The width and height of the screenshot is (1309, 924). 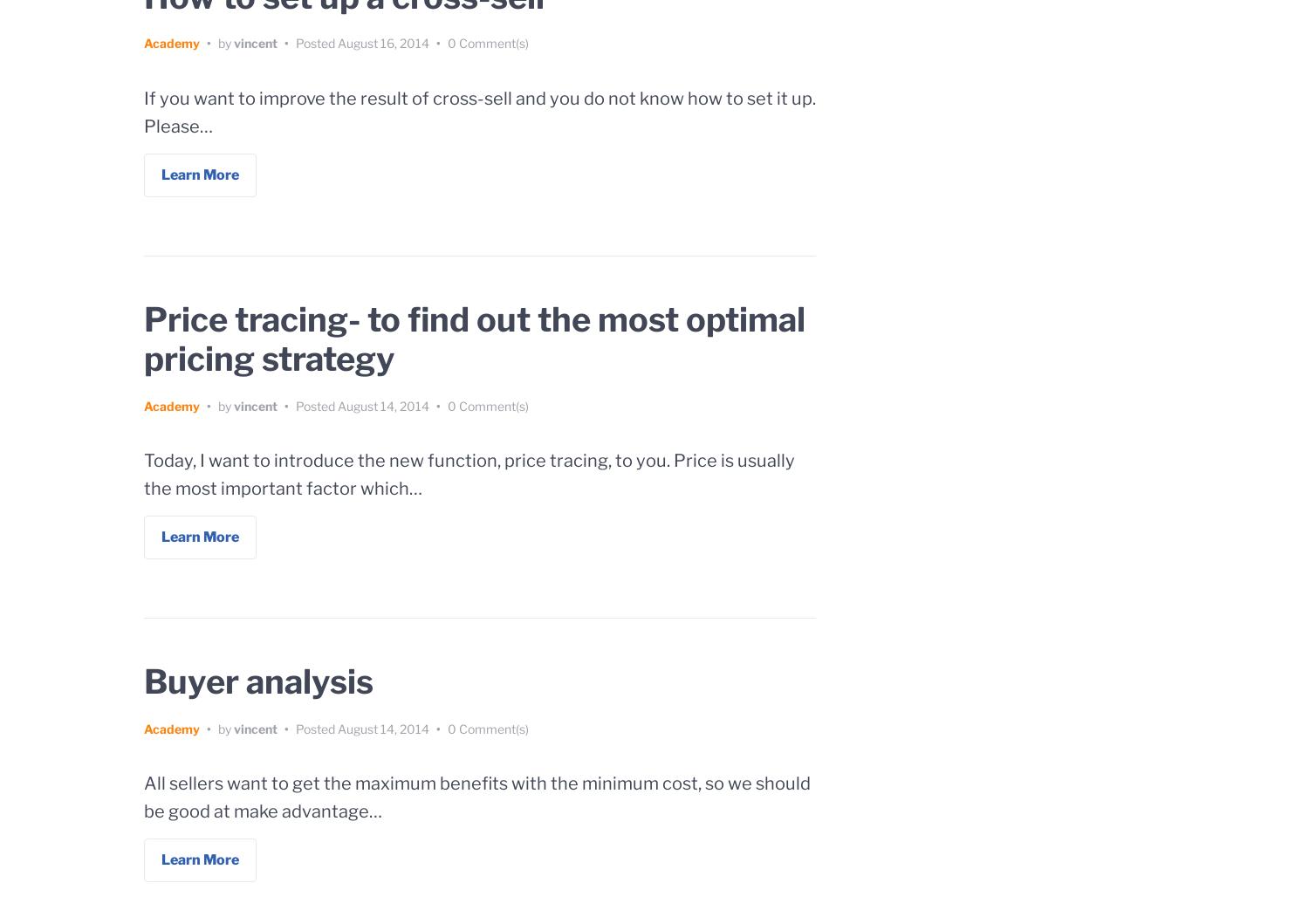 What do you see at coordinates (144, 338) in the screenshot?
I see `'Price tracing- to find out the most optimal pricing strategy'` at bounding box center [144, 338].